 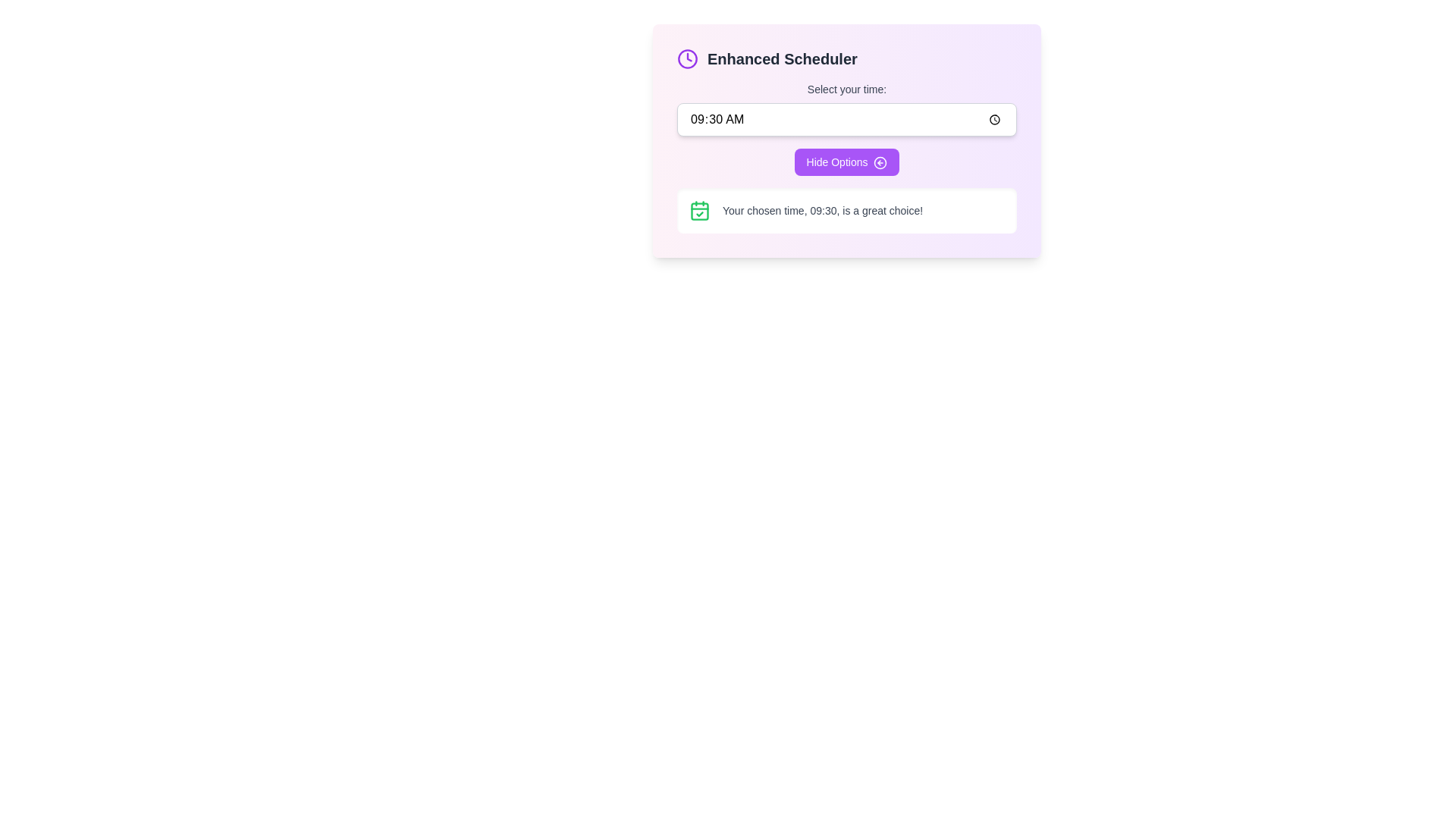 What do you see at coordinates (783, 58) in the screenshot?
I see `the Text Label (Header/Title) located in the top-left corner of the interactive card-like UI, positioned to the right of the clock icon` at bounding box center [783, 58].